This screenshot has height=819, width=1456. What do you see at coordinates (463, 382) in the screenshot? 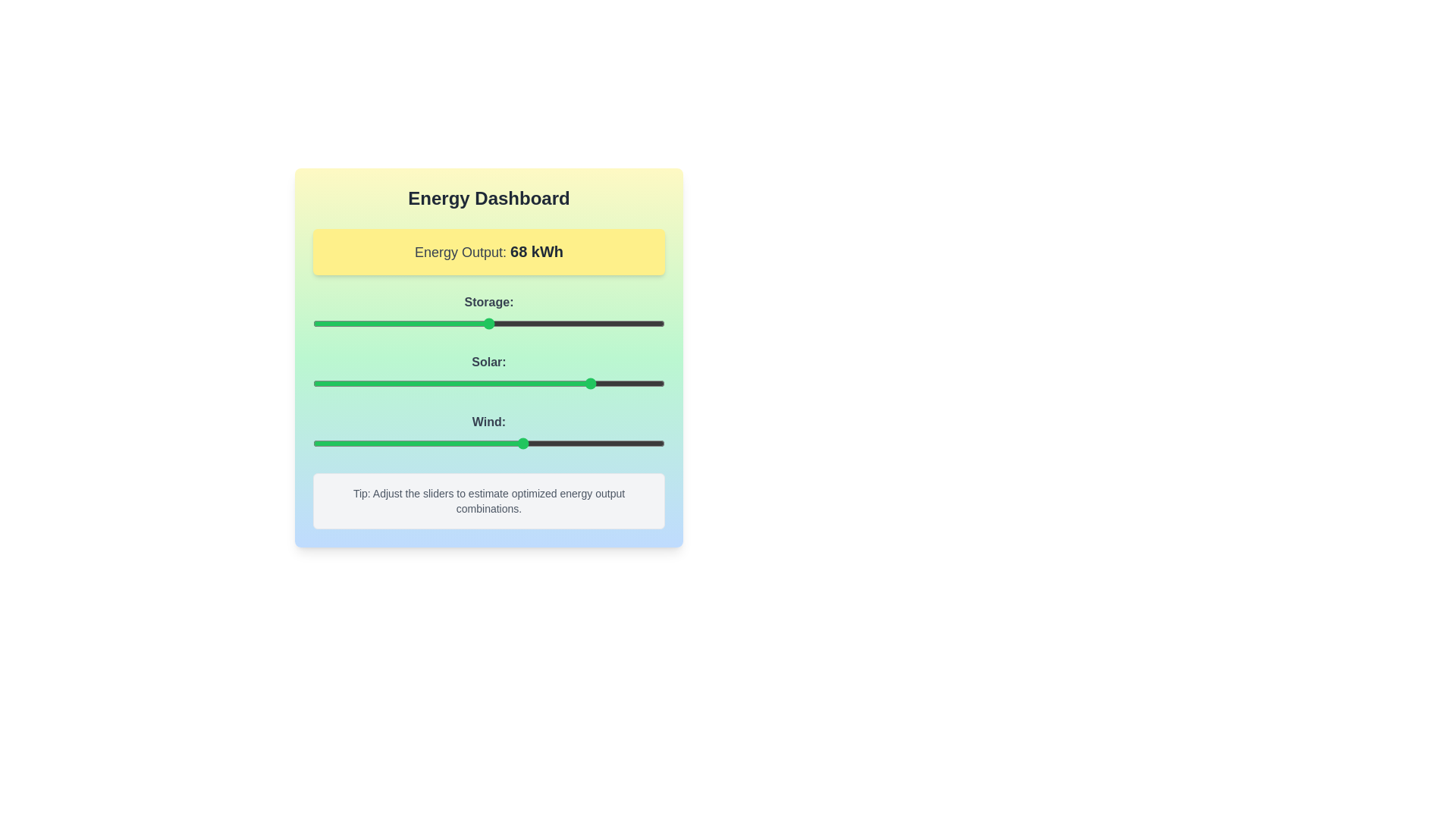
I see `the 'Solar' slider to 43%` at bounding box center [463, 382].